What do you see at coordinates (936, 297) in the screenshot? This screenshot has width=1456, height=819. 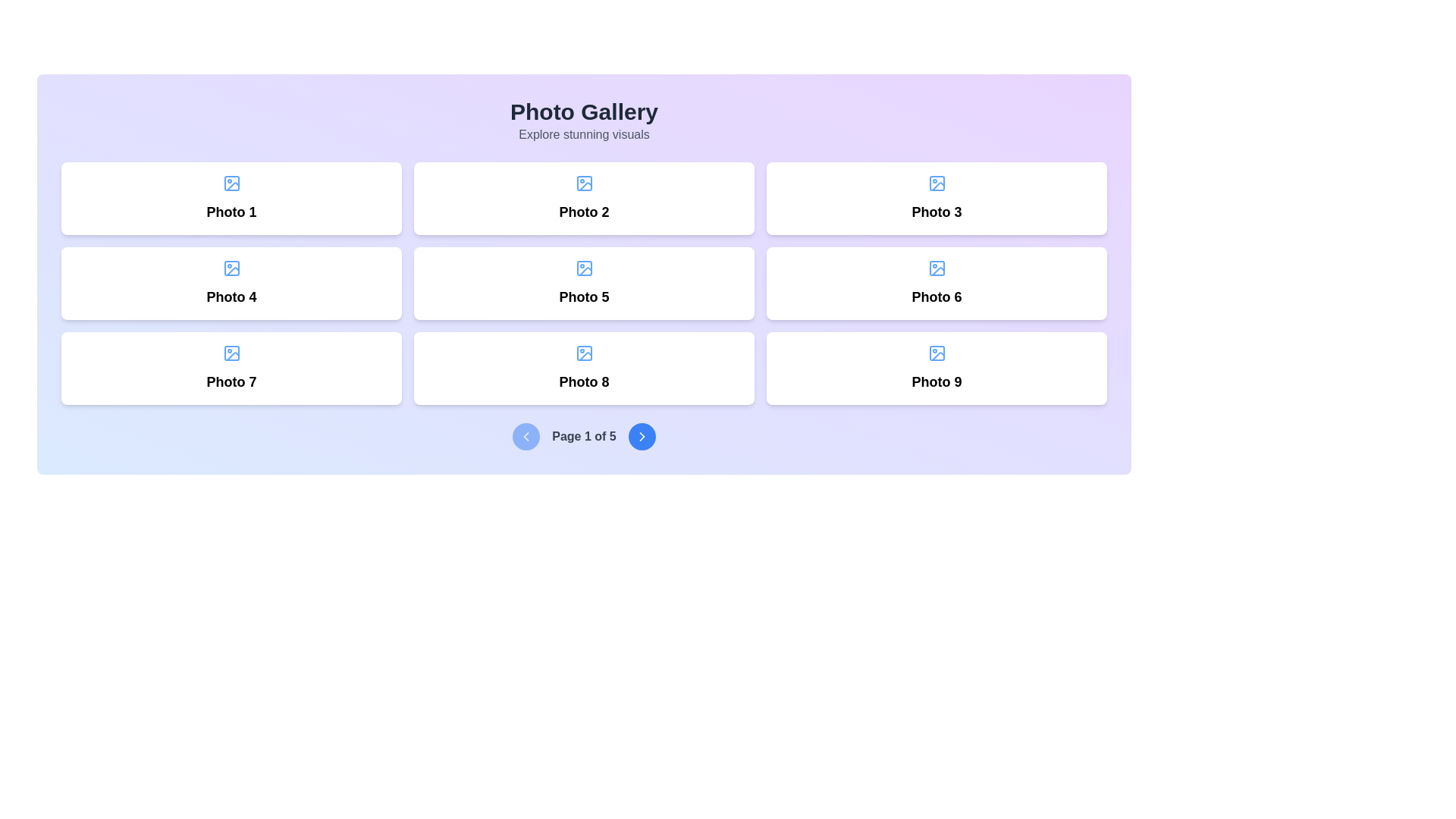 I see `the text label element that identifies 'Photo 6', located in the second row, third column of a 3x3 grid structure` at bounding box center [936, 297].